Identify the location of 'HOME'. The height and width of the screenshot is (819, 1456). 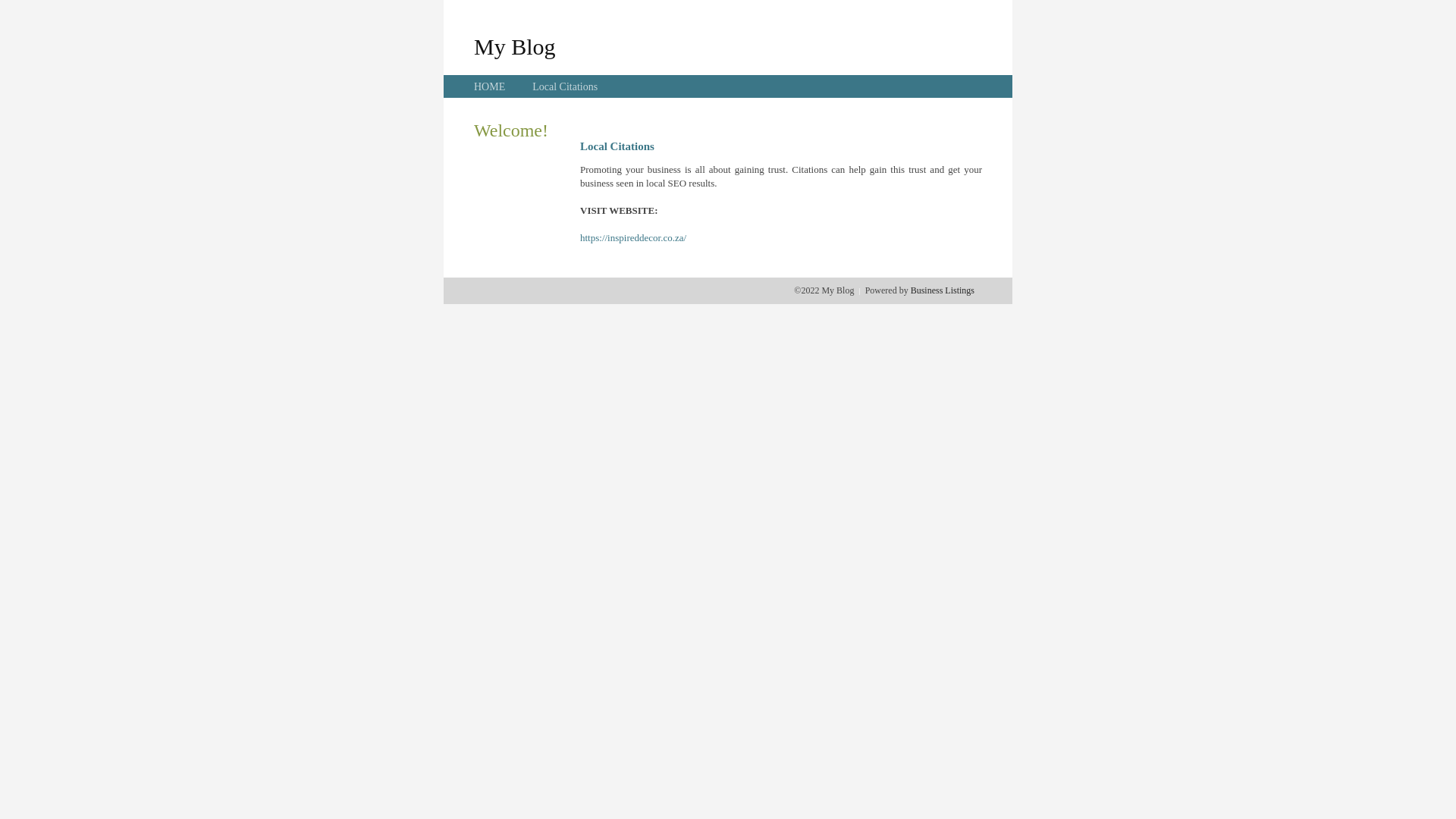
(472, 86).